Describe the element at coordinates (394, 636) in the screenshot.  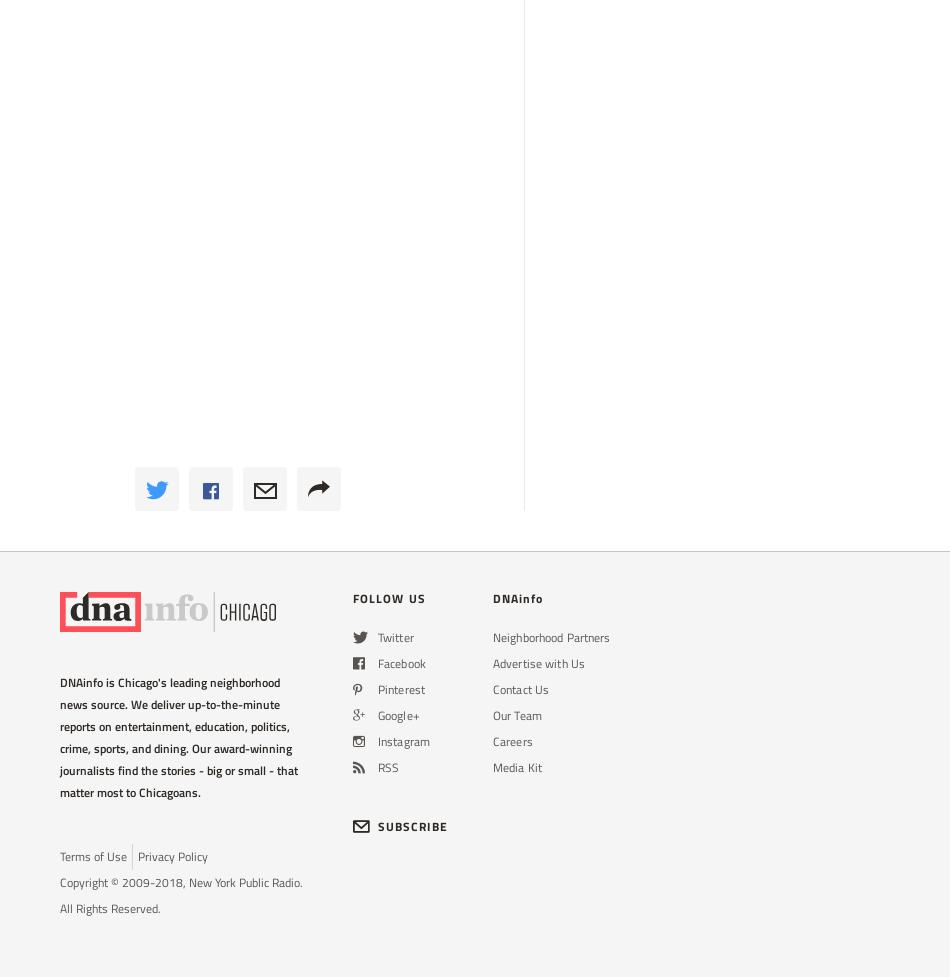
I see `'Twitter'` at that location.